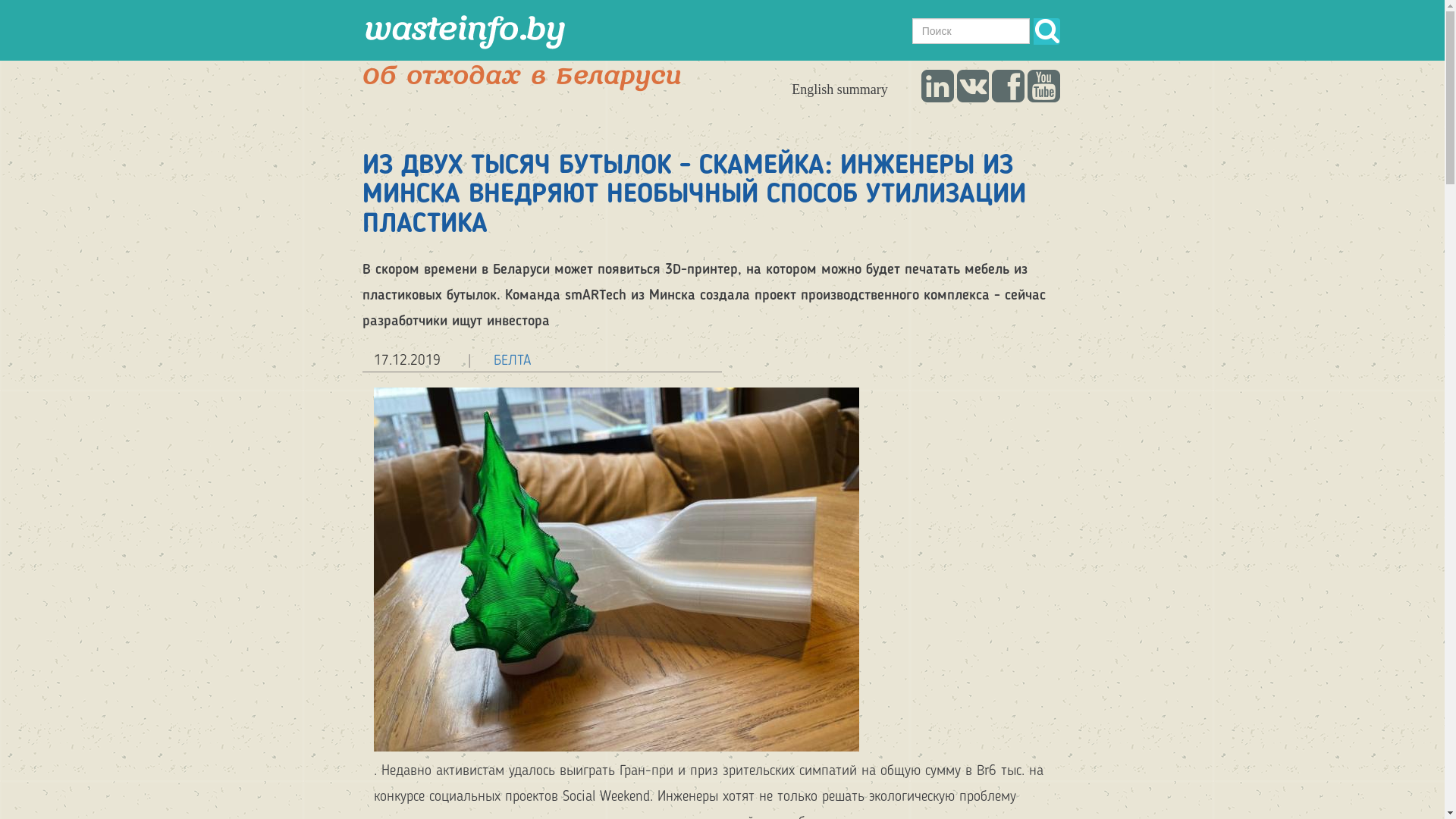  I want to click on 'English summary', so click(790, 89).